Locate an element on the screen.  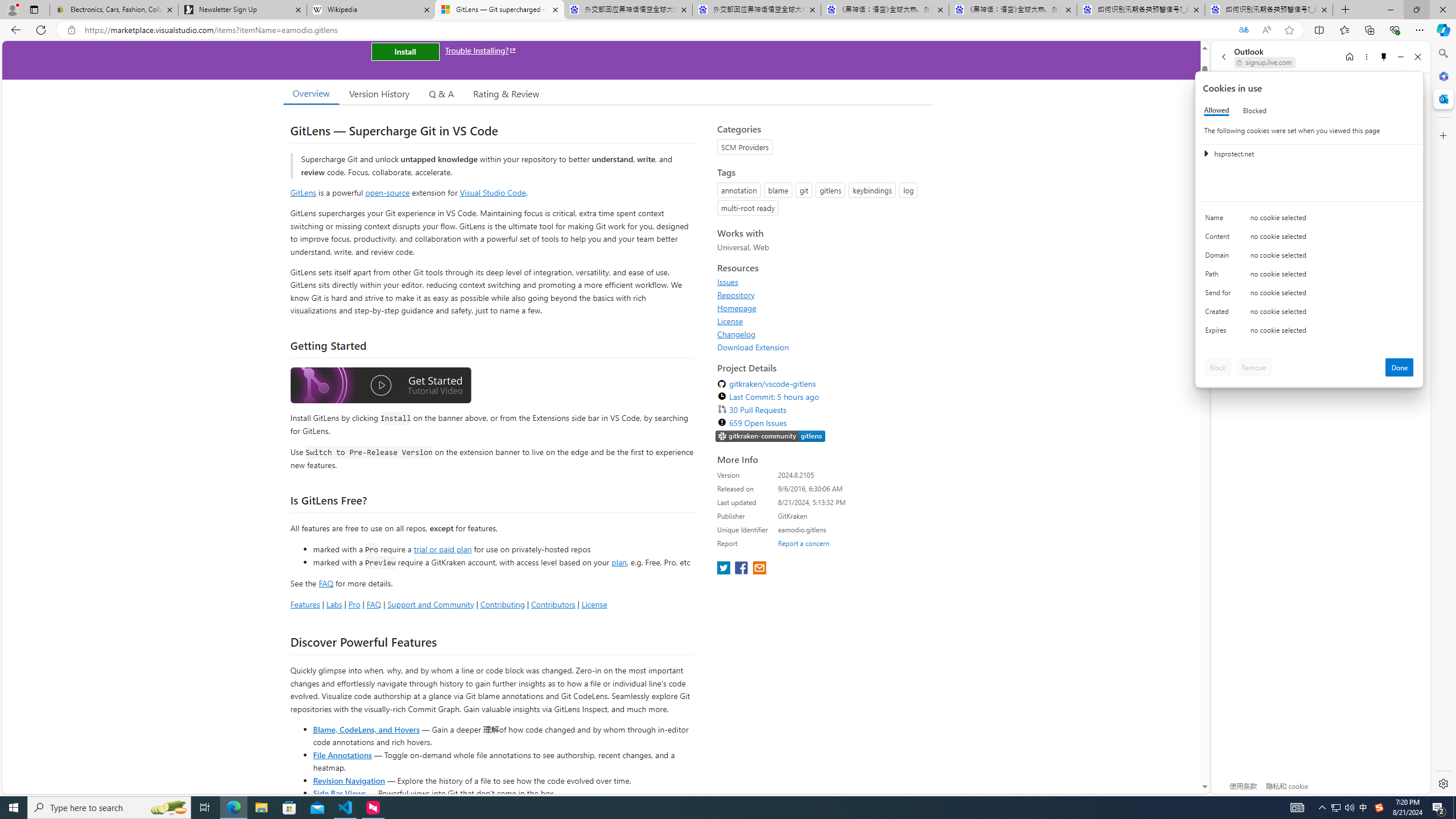
'Remove' is located at coordinates (1254, 367).